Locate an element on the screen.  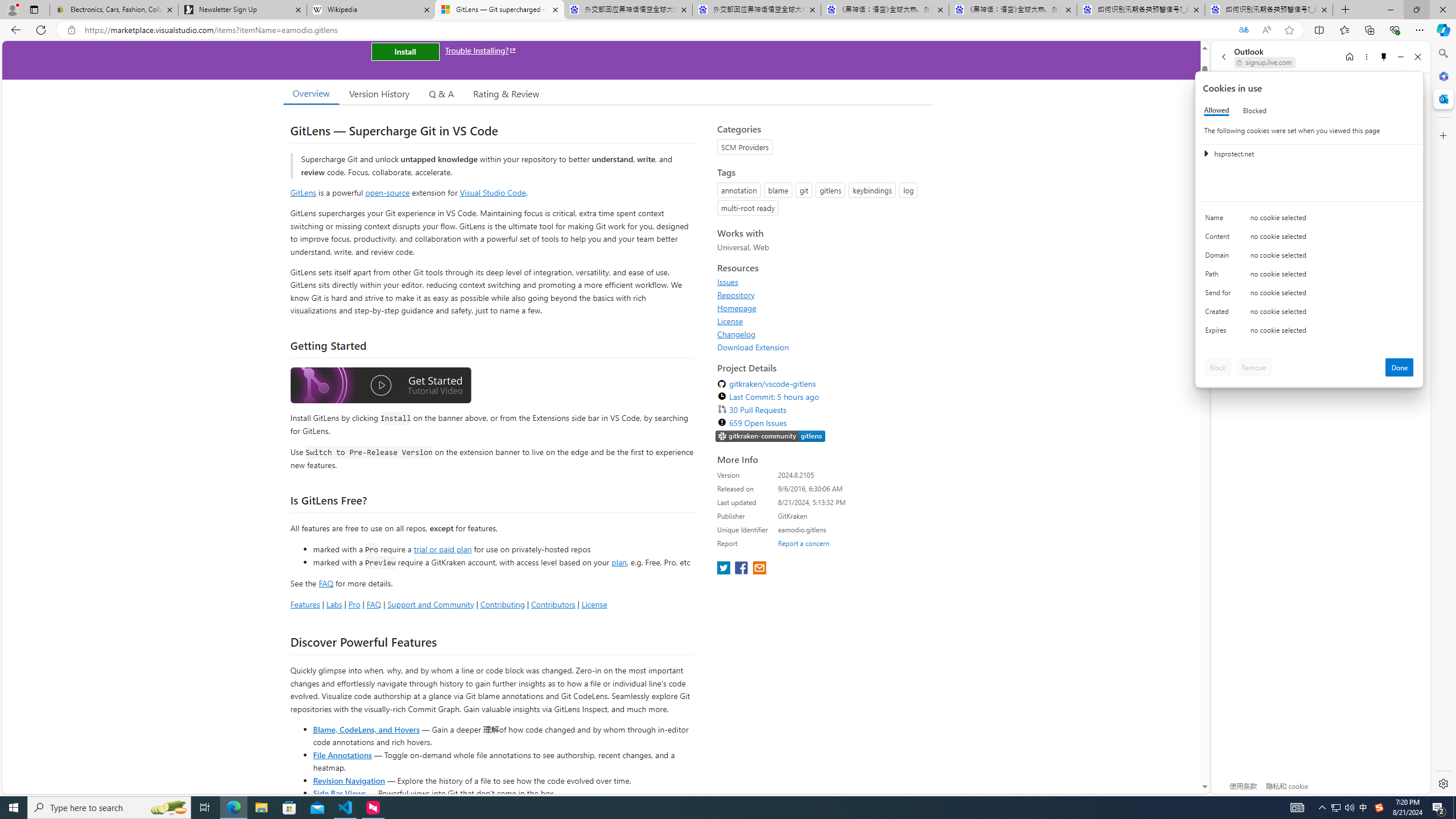
'Remove' is located at coordinates (1254, 367).